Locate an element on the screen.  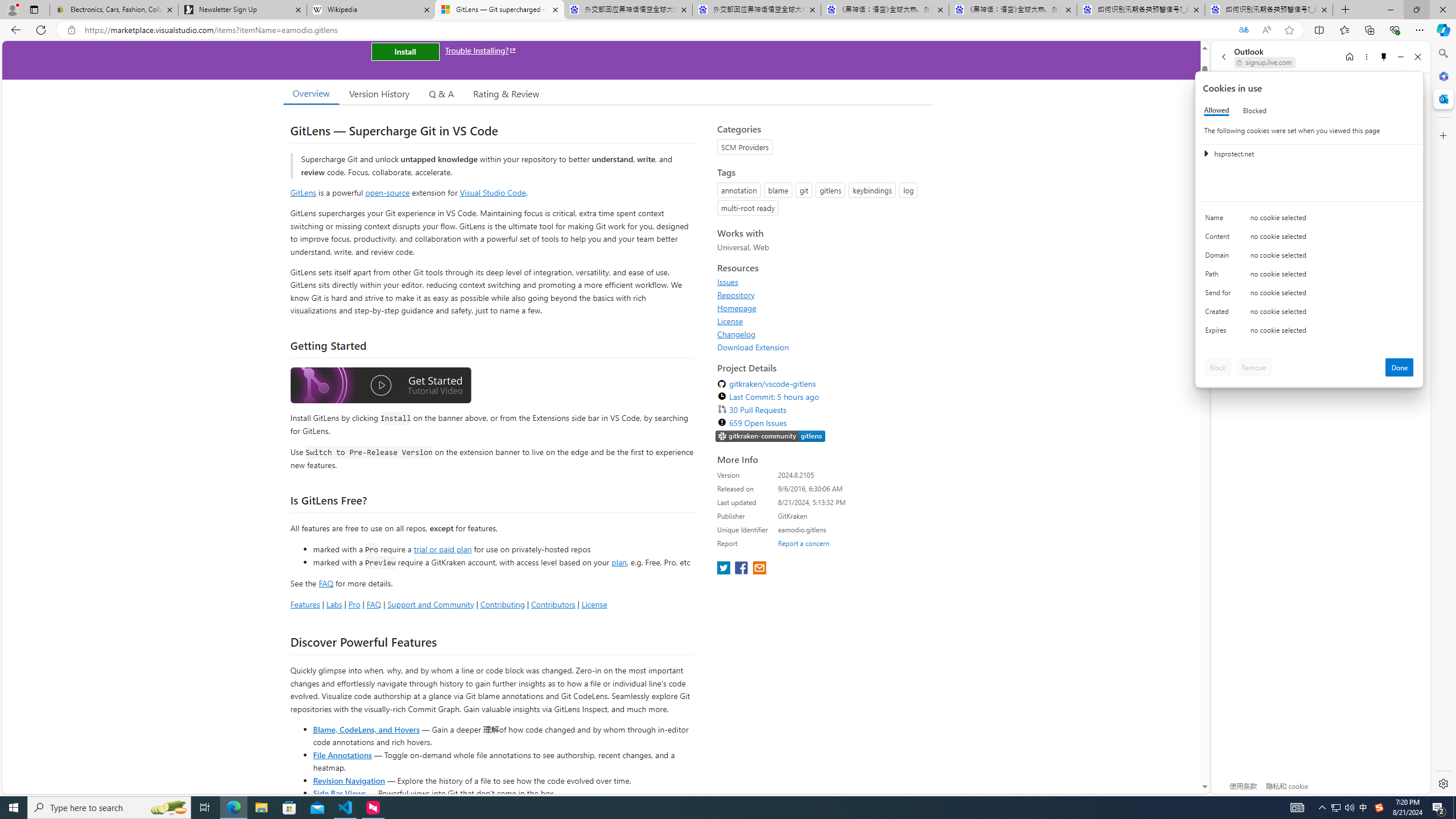
'Remove' is located at coordinates (1254, 367).